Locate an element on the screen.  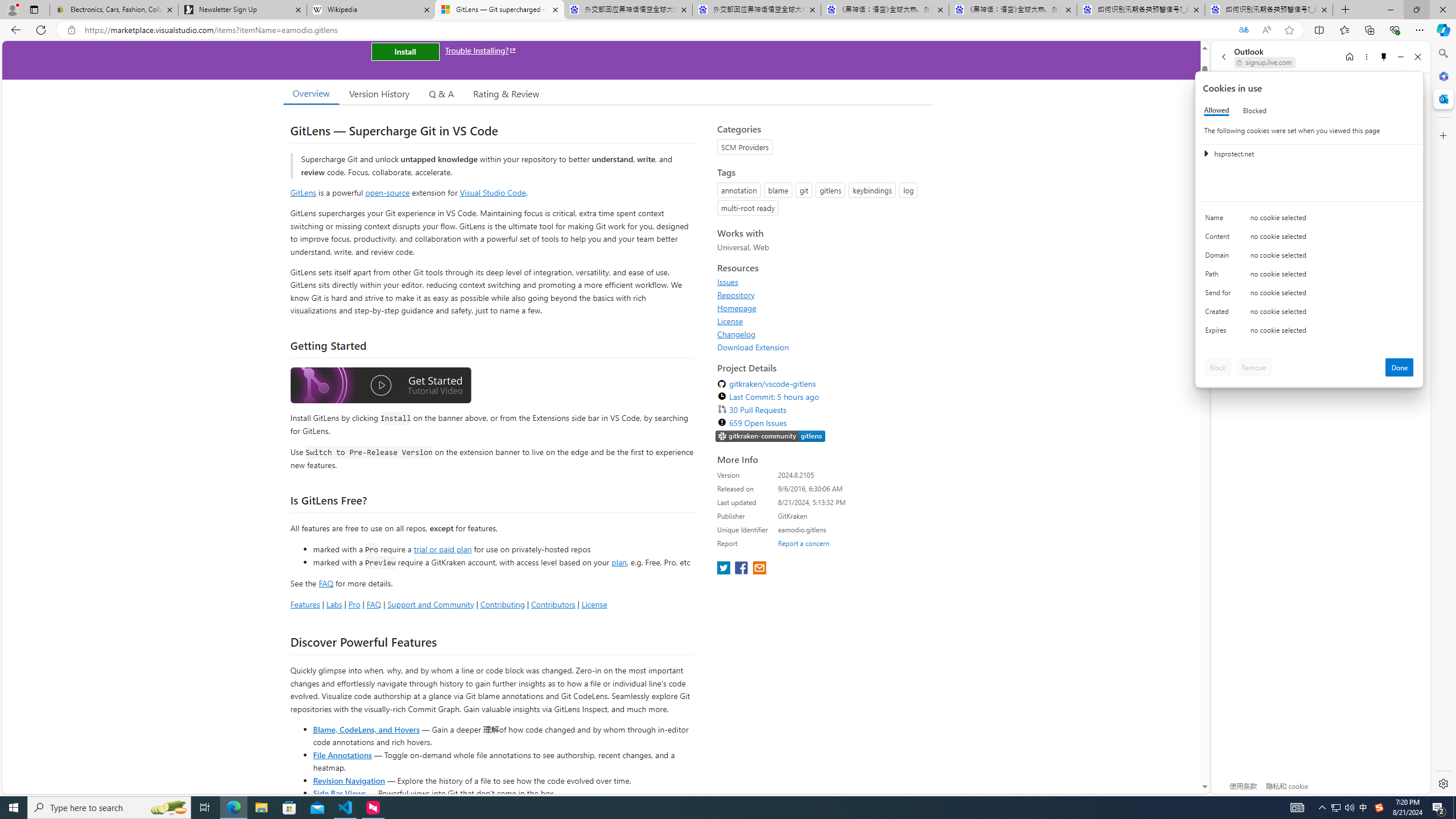
'Remove' is located at coordinates (1254, 367).